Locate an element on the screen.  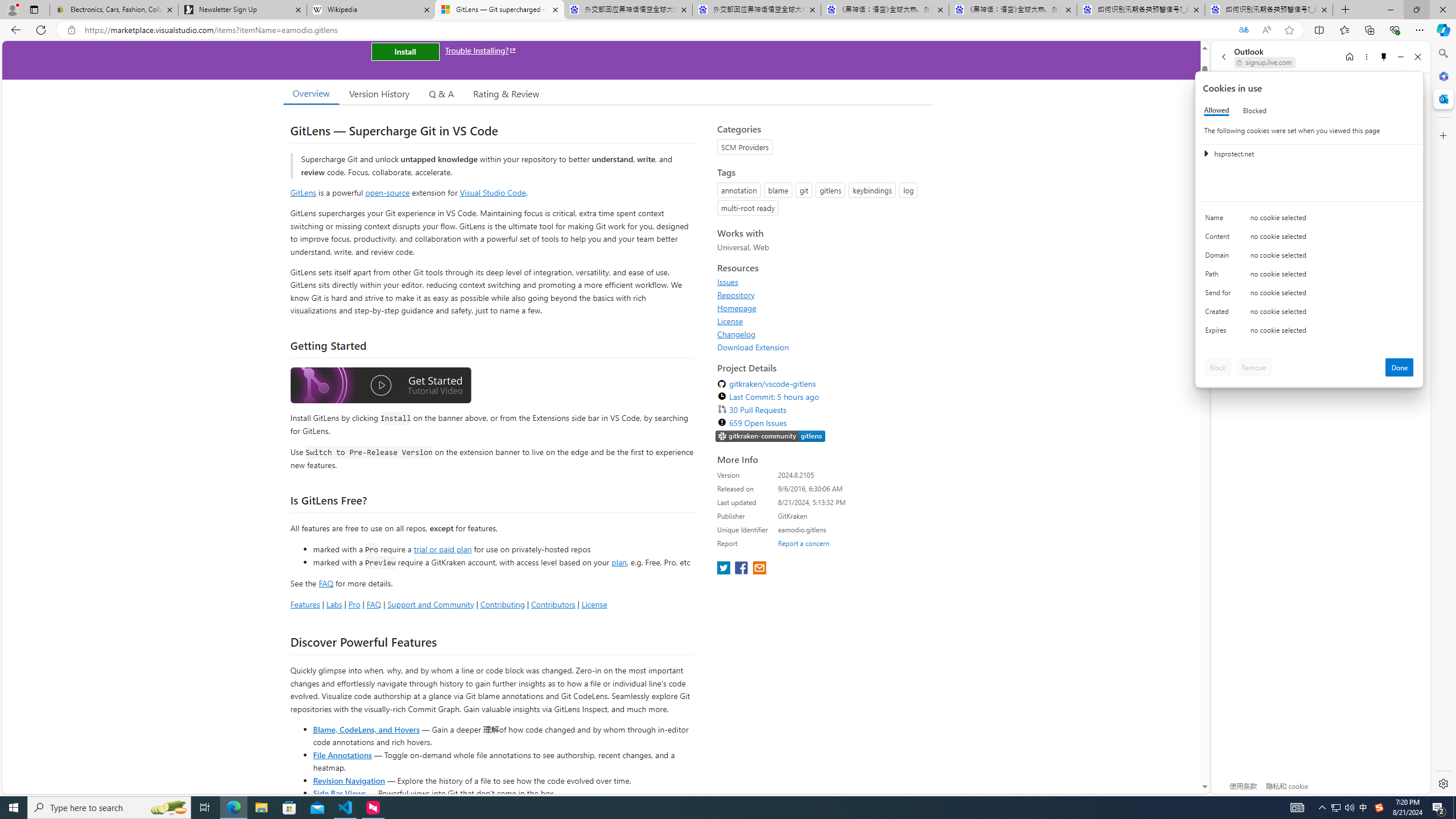
'Remove' is located at coordinates (1254, 367).